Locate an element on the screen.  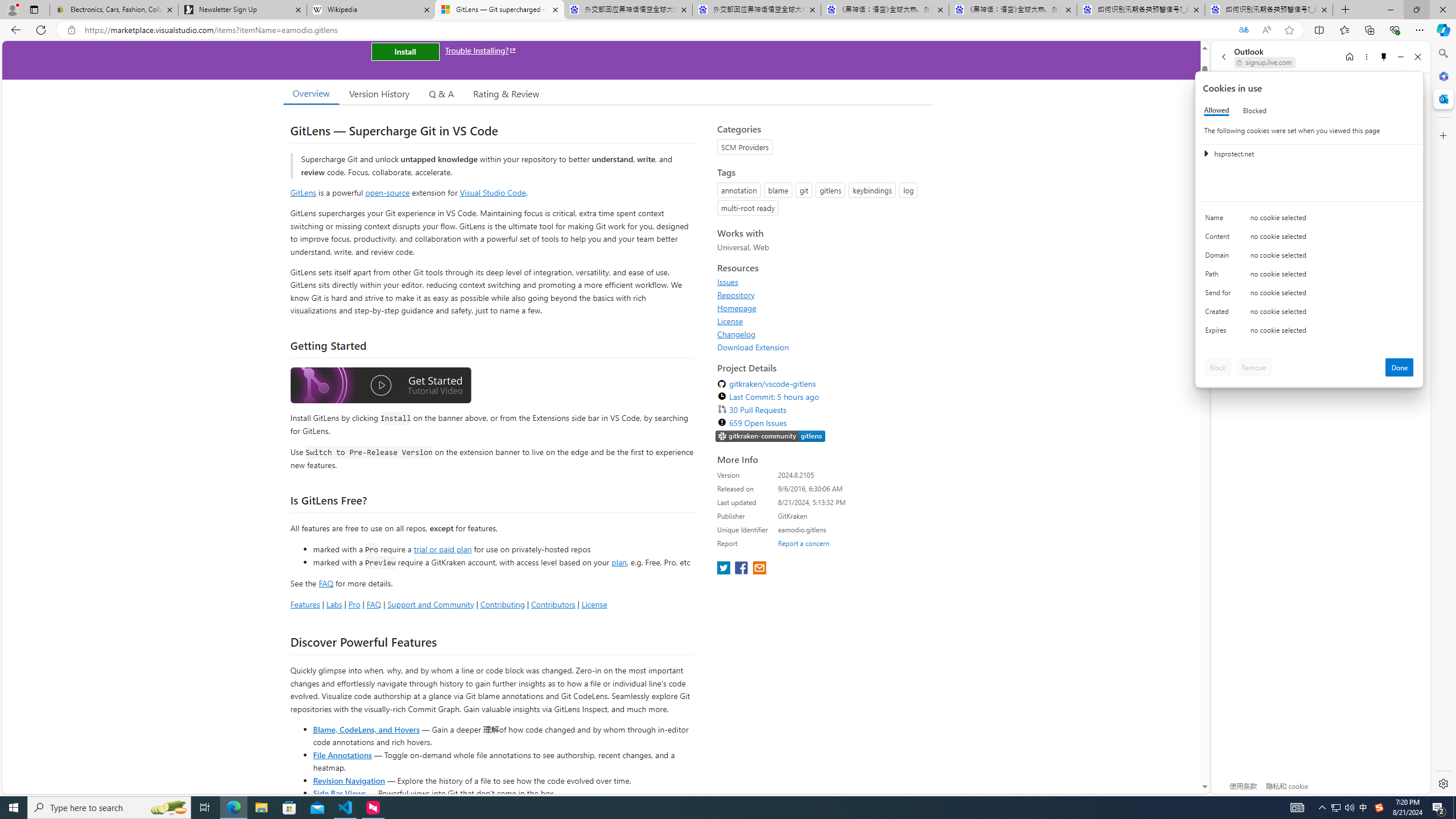
'Remove' is located at coordinates (1254, 367).